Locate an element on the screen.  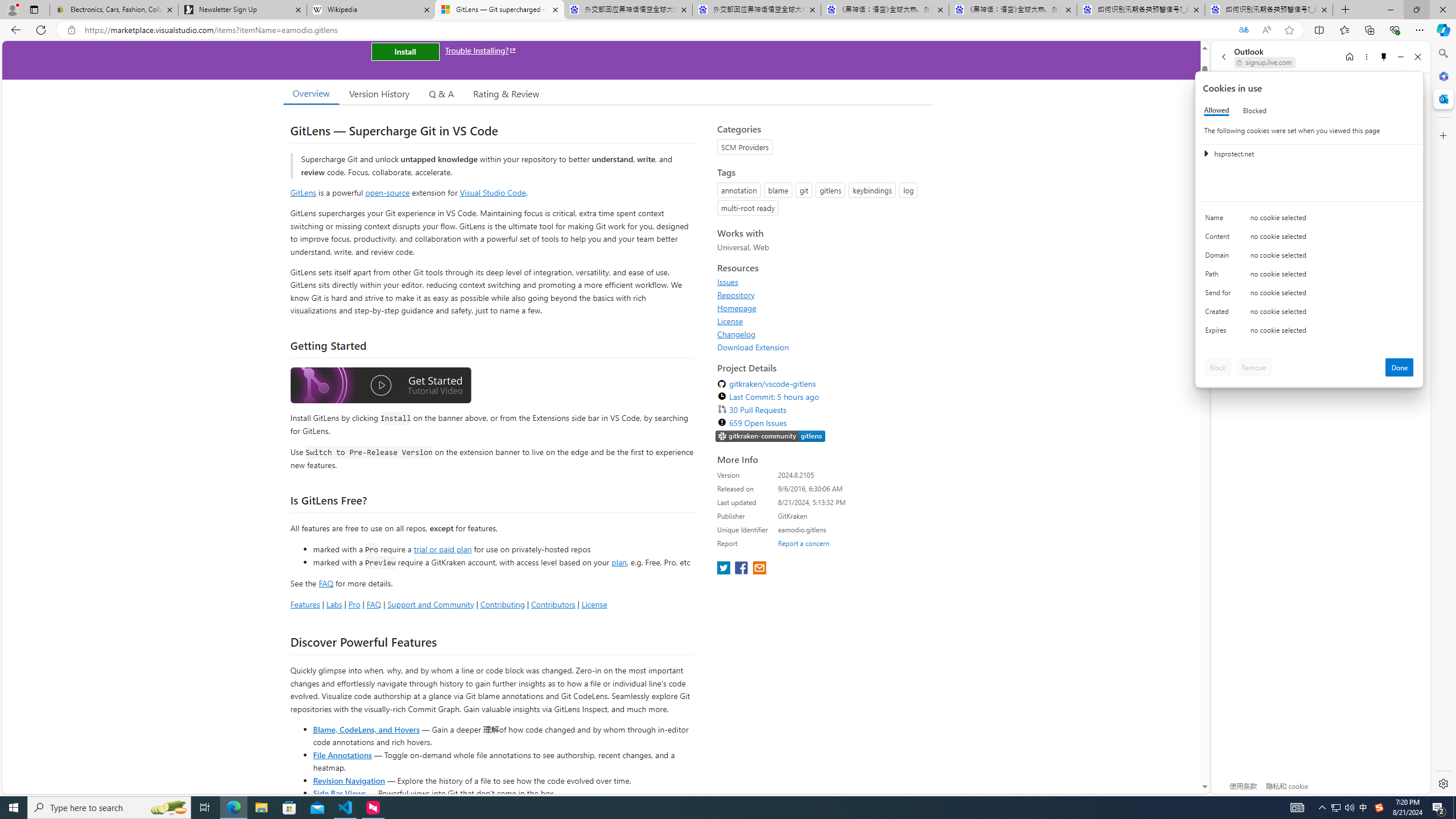
'Remove' is located at coordinates (1254, 367).